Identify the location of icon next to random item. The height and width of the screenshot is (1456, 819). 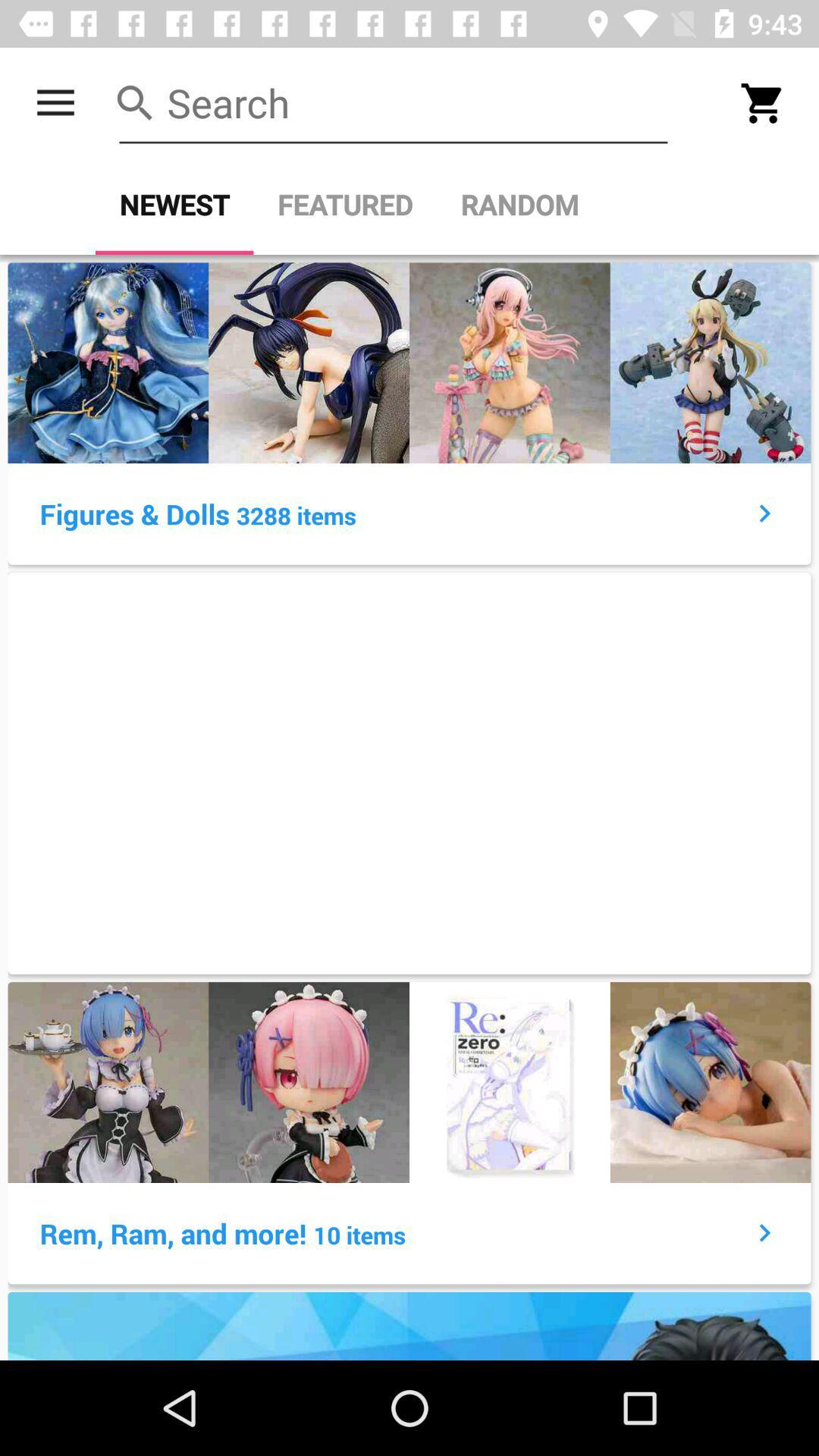
(345, 204).